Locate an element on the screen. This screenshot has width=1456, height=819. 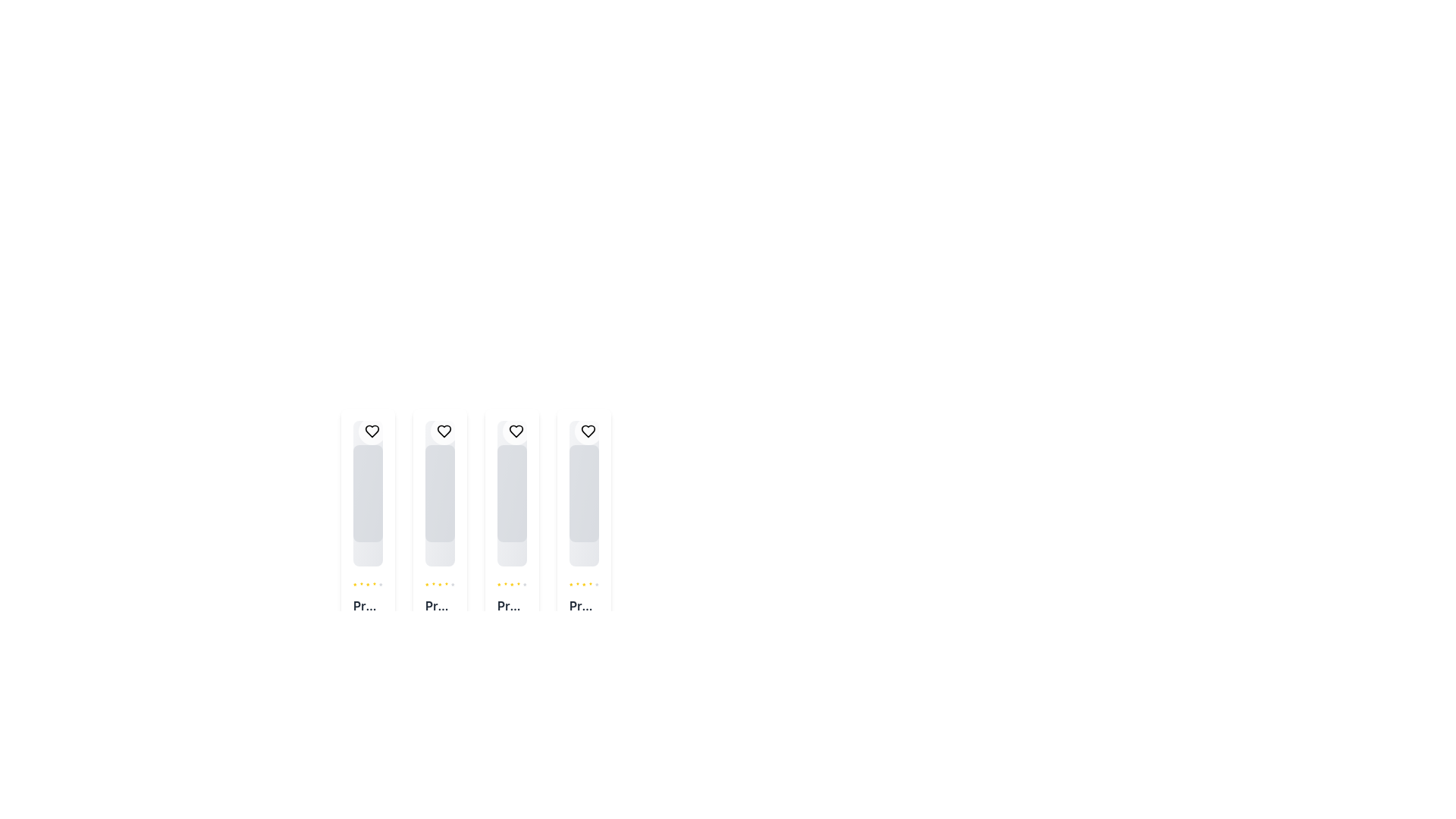
the visual state of the fifth star icon, which is gray and located at the rightmost position in a row of similar star icons is located at coordinates (525, 584).